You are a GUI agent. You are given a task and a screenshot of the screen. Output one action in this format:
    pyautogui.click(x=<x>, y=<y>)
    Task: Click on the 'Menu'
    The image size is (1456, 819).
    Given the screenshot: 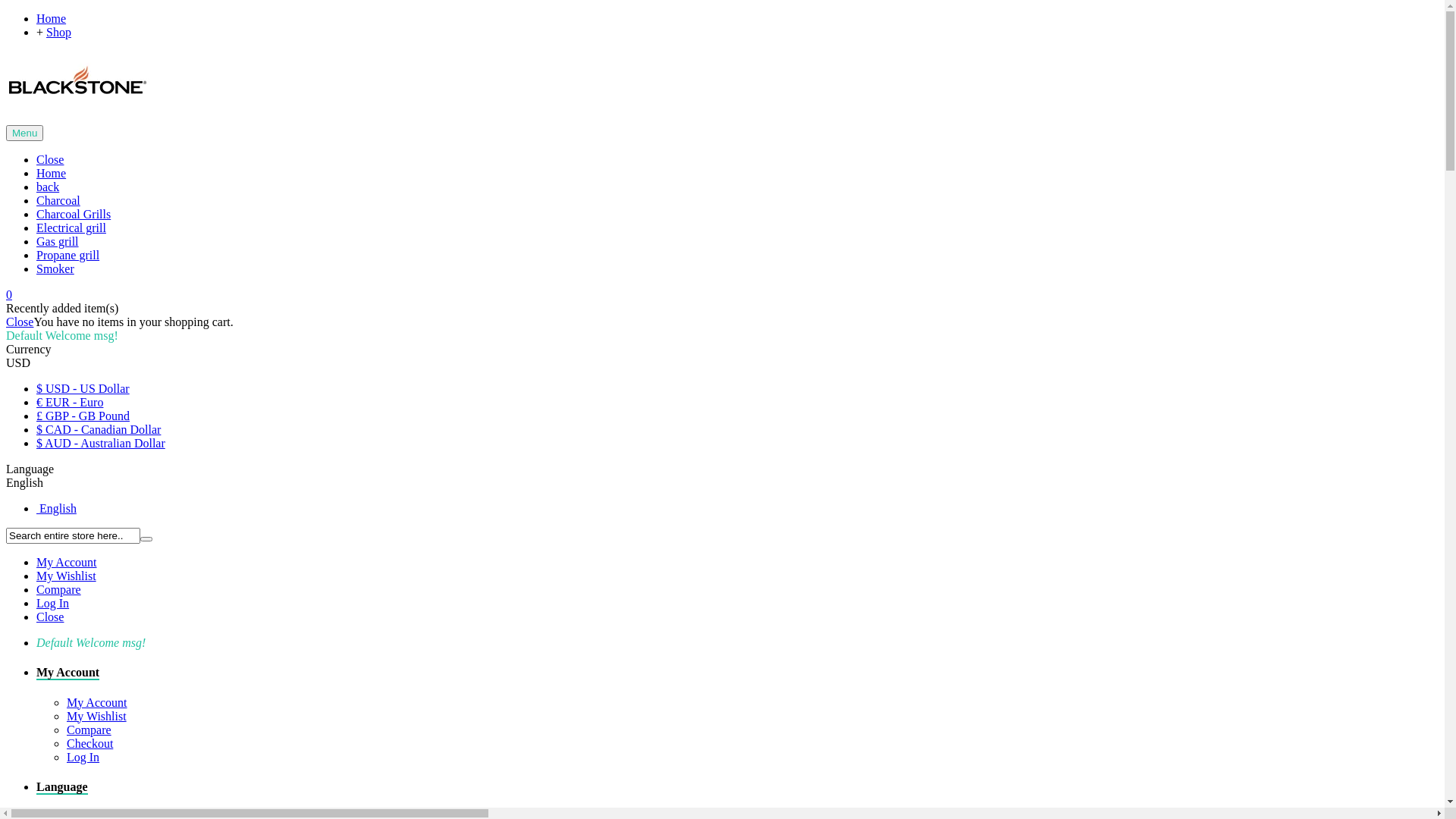 What is the action you would take?
    pyautogui.click(x=24, y=132)
    